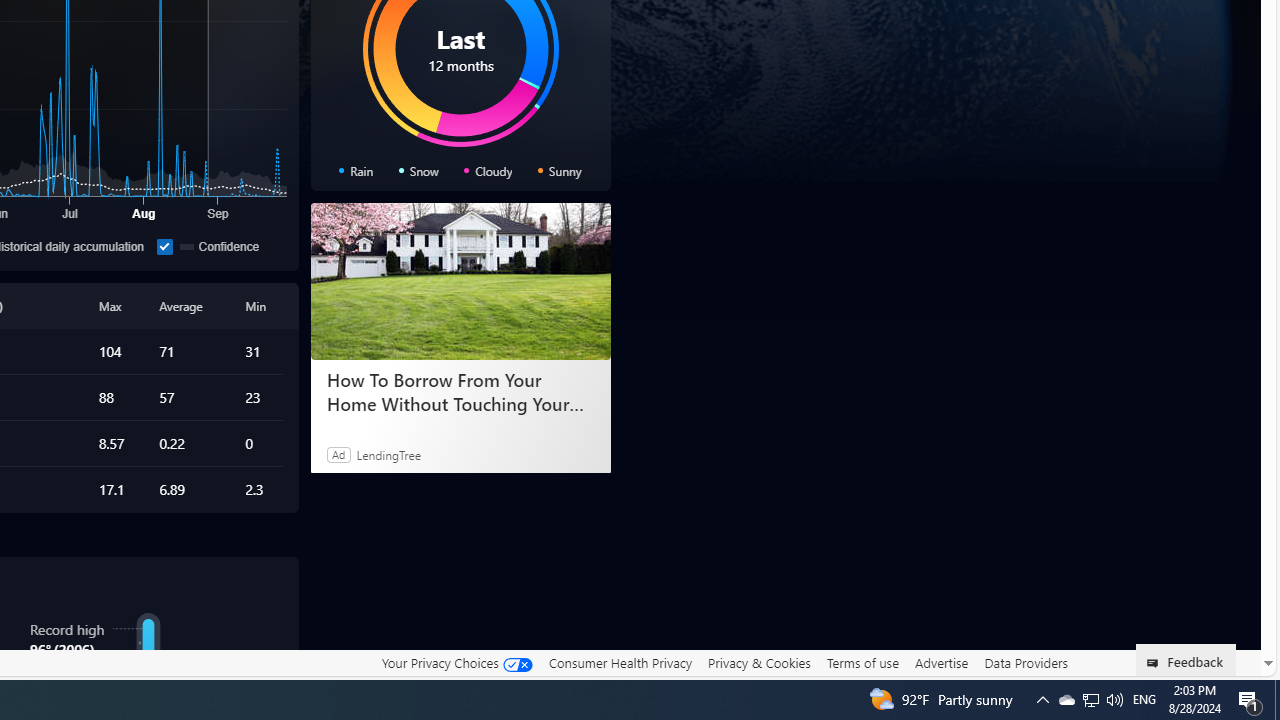  What do you see at coordinates (758, 663) in the screenshot?
I see `'Privacy & Cookies'` at bounding box center [758, 663].